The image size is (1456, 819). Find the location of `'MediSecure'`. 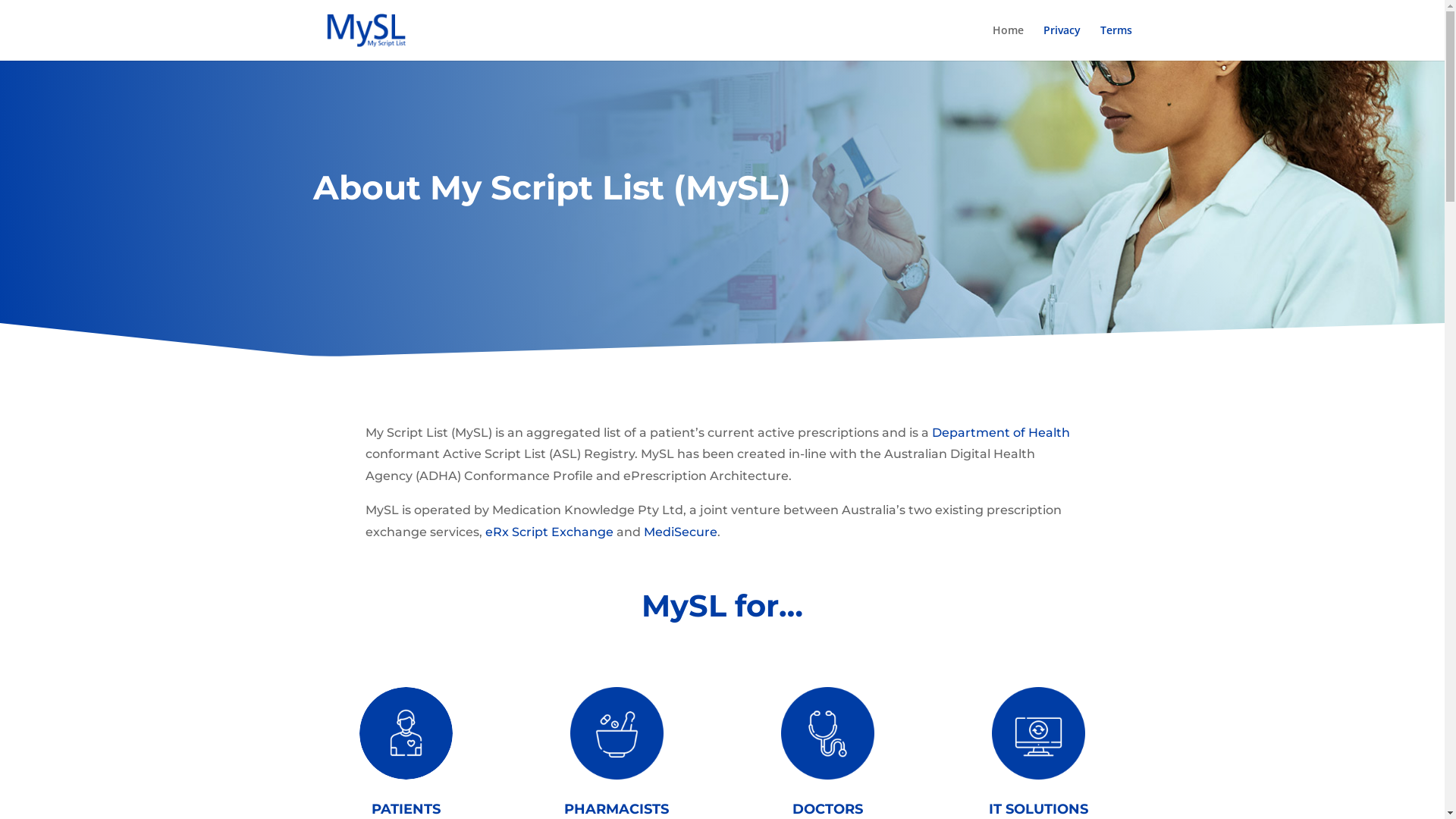

'MediSecure' is located at coordinates (679, 531).